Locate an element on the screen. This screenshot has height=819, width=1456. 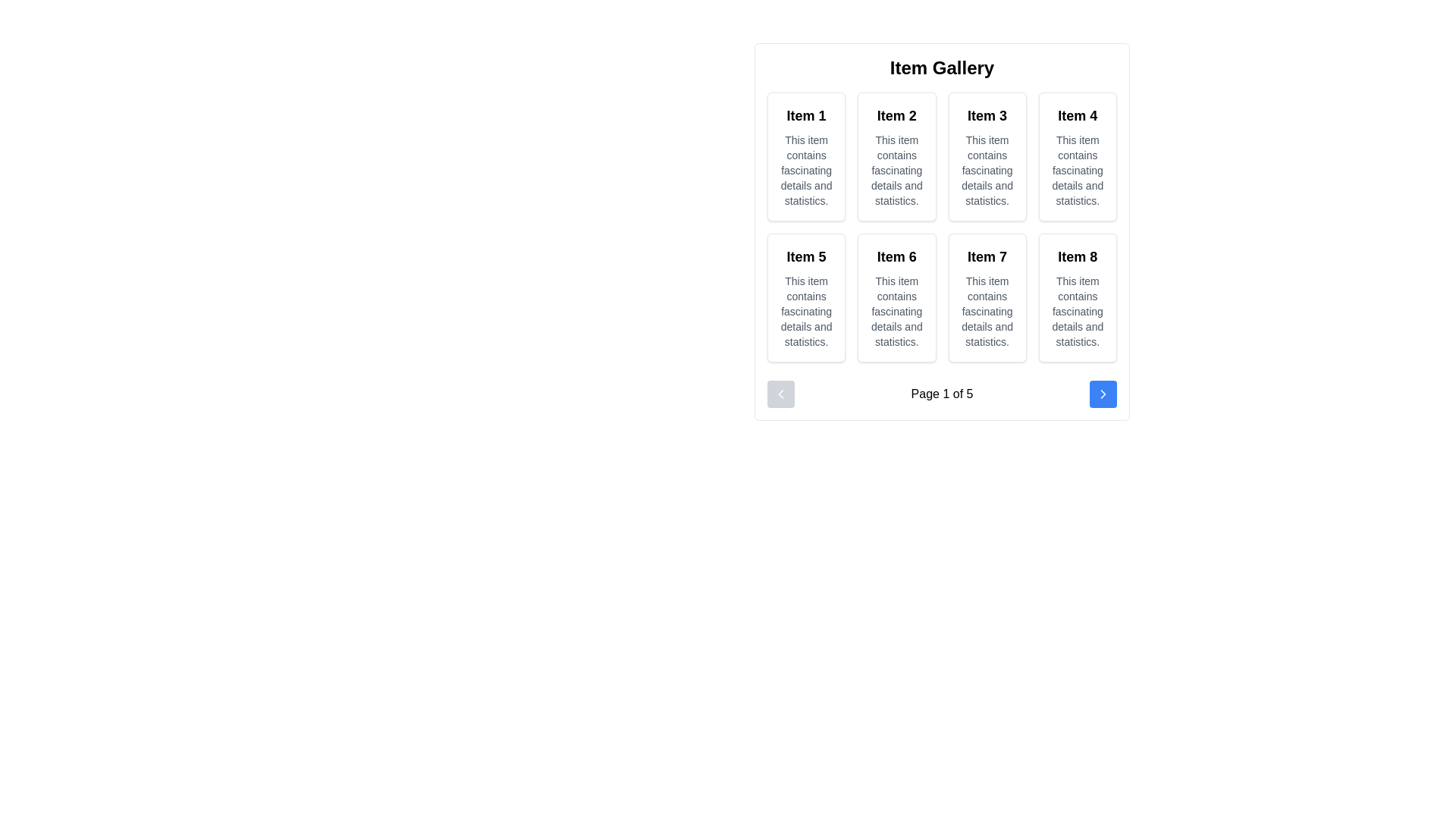
the non-interactive text block providing additional information about 'Item 2', located in the first row and second column of the grid layout is located at coordinates (896, 170).